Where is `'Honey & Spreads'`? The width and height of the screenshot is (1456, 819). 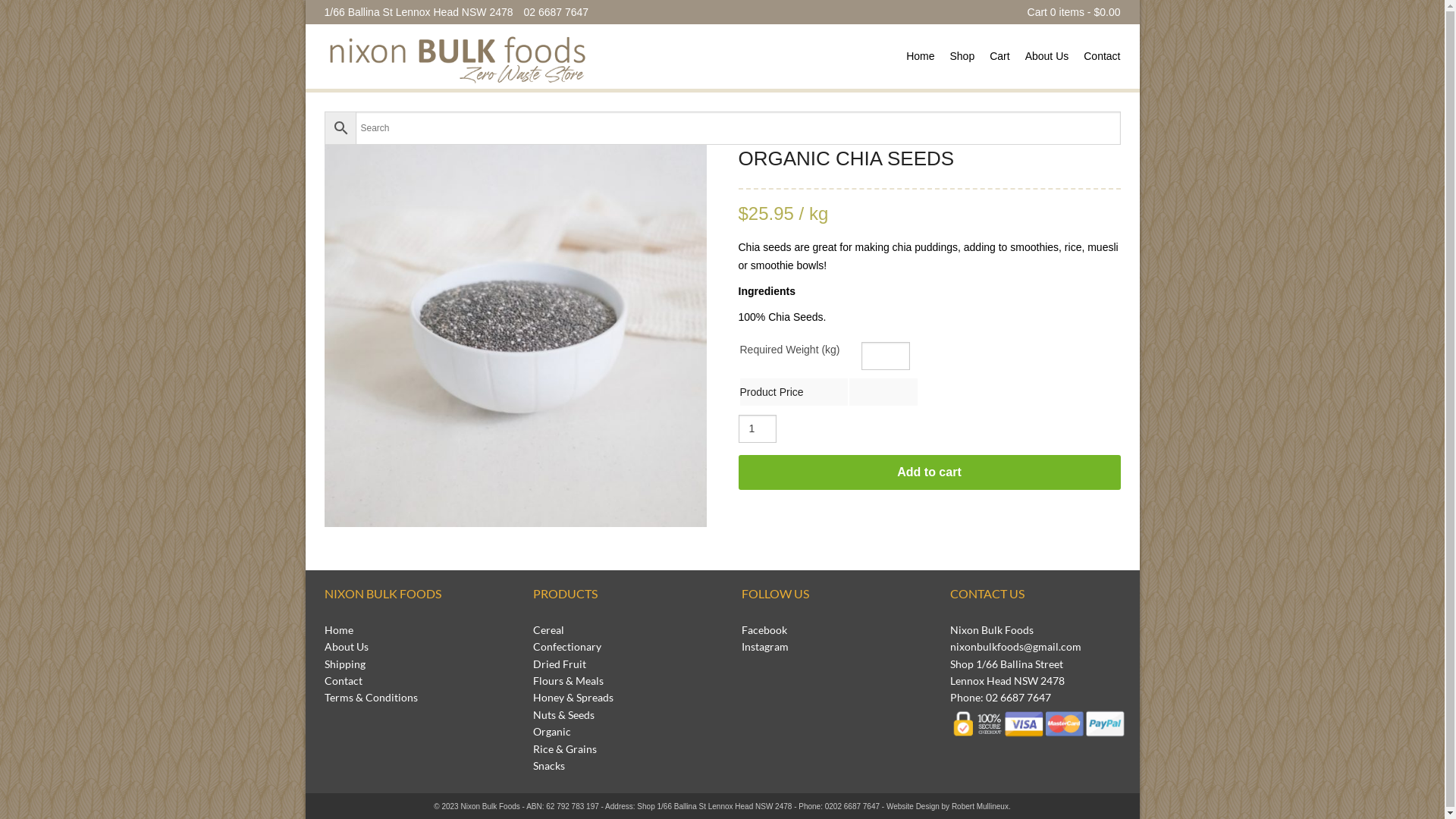
'Honey & Spreads' is located at coordinates (571, 697).